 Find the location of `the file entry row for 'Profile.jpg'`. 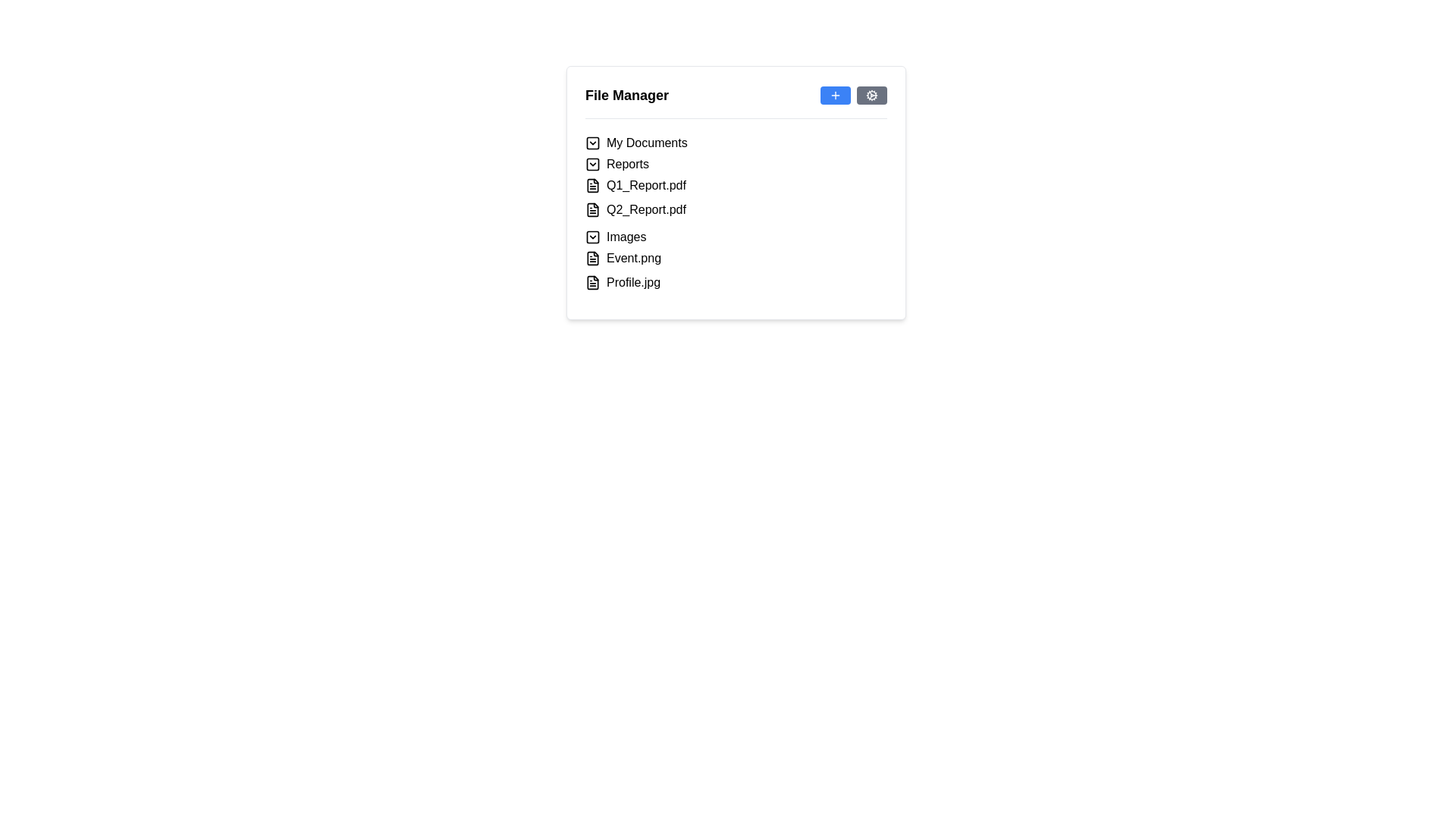

the file entry row for 'Profile.jpg' is located at coordinates (736, 283).